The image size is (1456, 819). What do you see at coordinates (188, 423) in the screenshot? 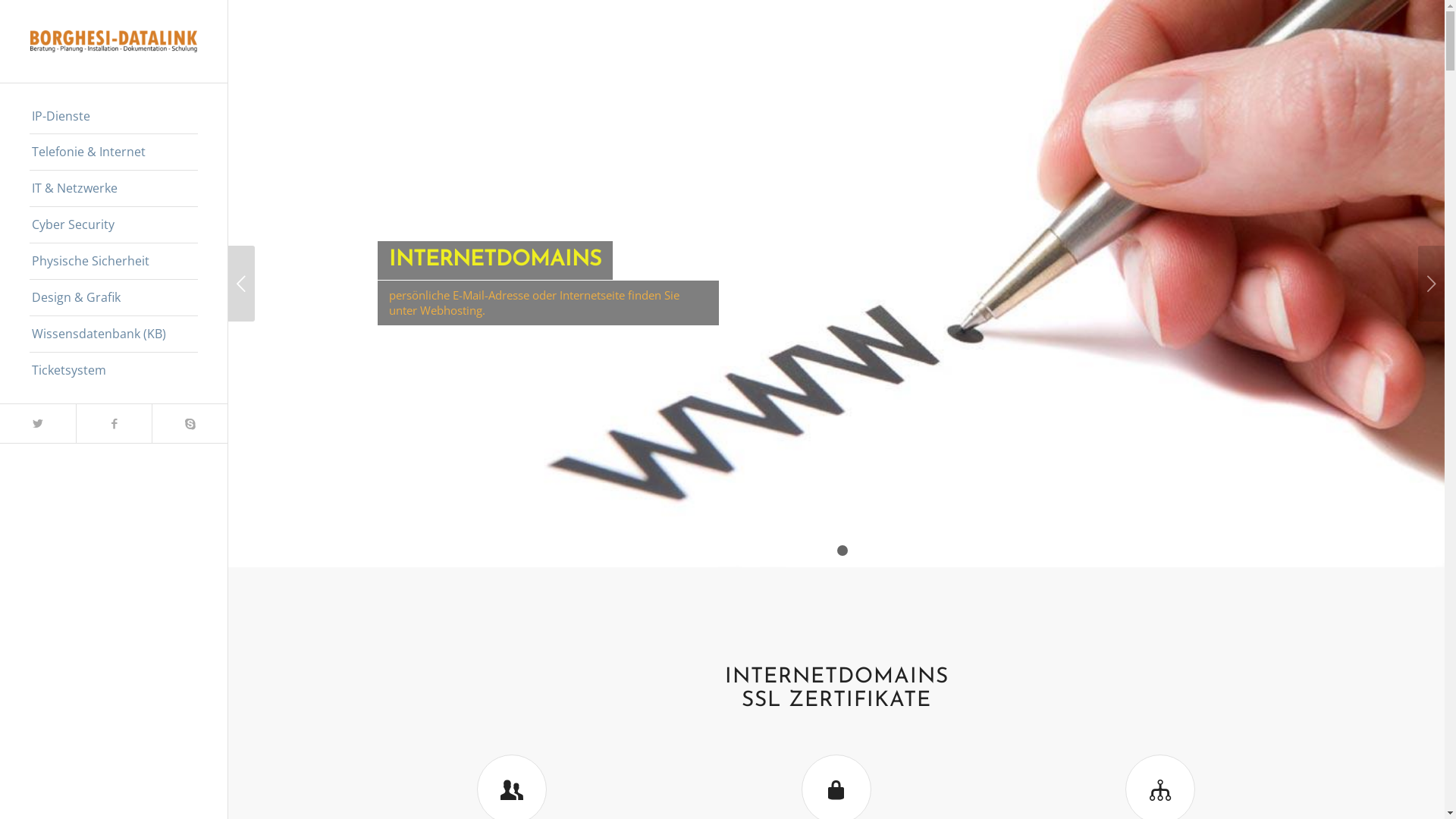
I see `'Skype'` at bounding box center [188, 423].